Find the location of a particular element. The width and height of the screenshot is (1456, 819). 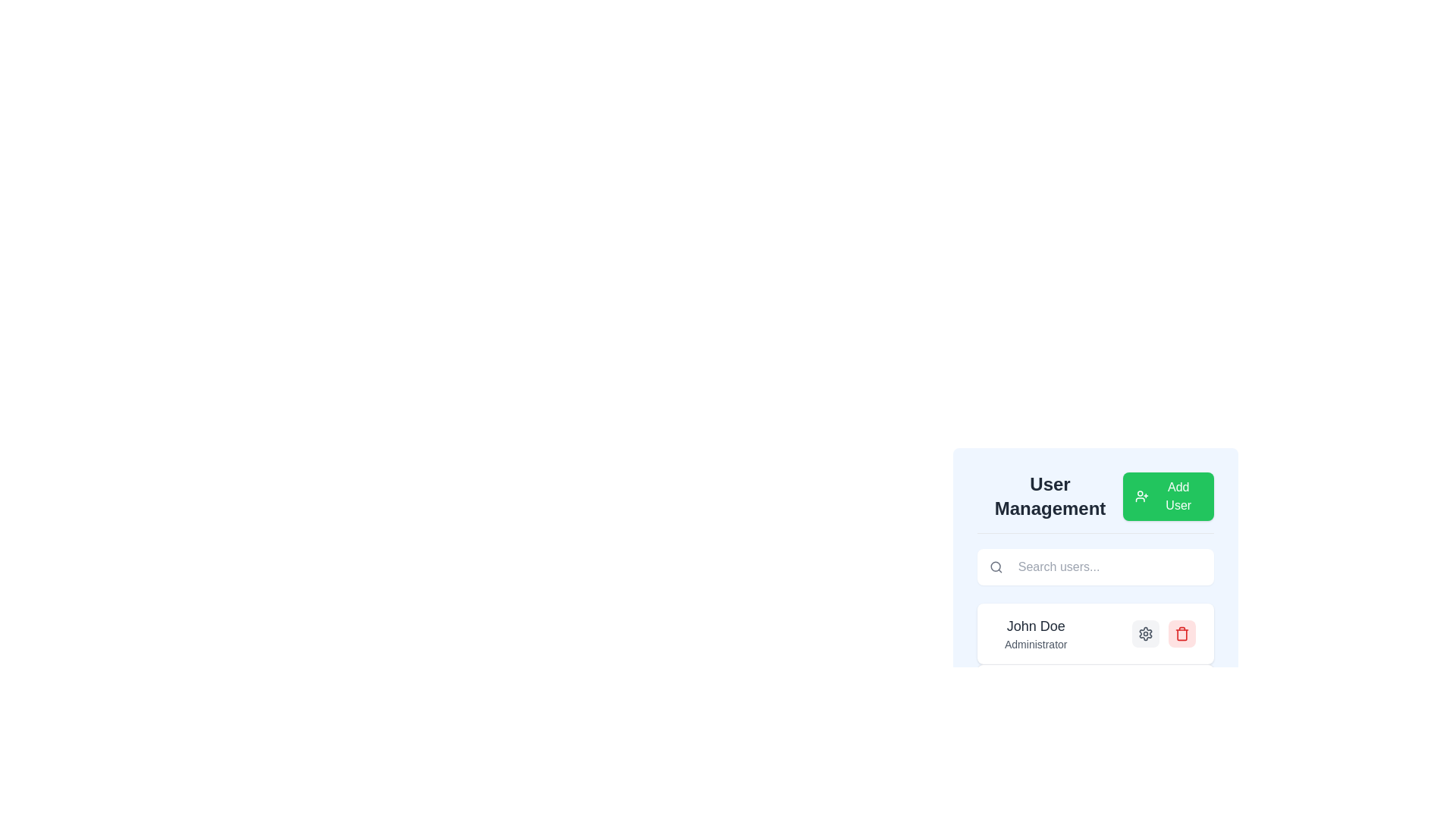

the search icon located at the leftmost part of the search bar section, adjacent to the placeholder 'Search users...' is located at coordinates (996, 567).